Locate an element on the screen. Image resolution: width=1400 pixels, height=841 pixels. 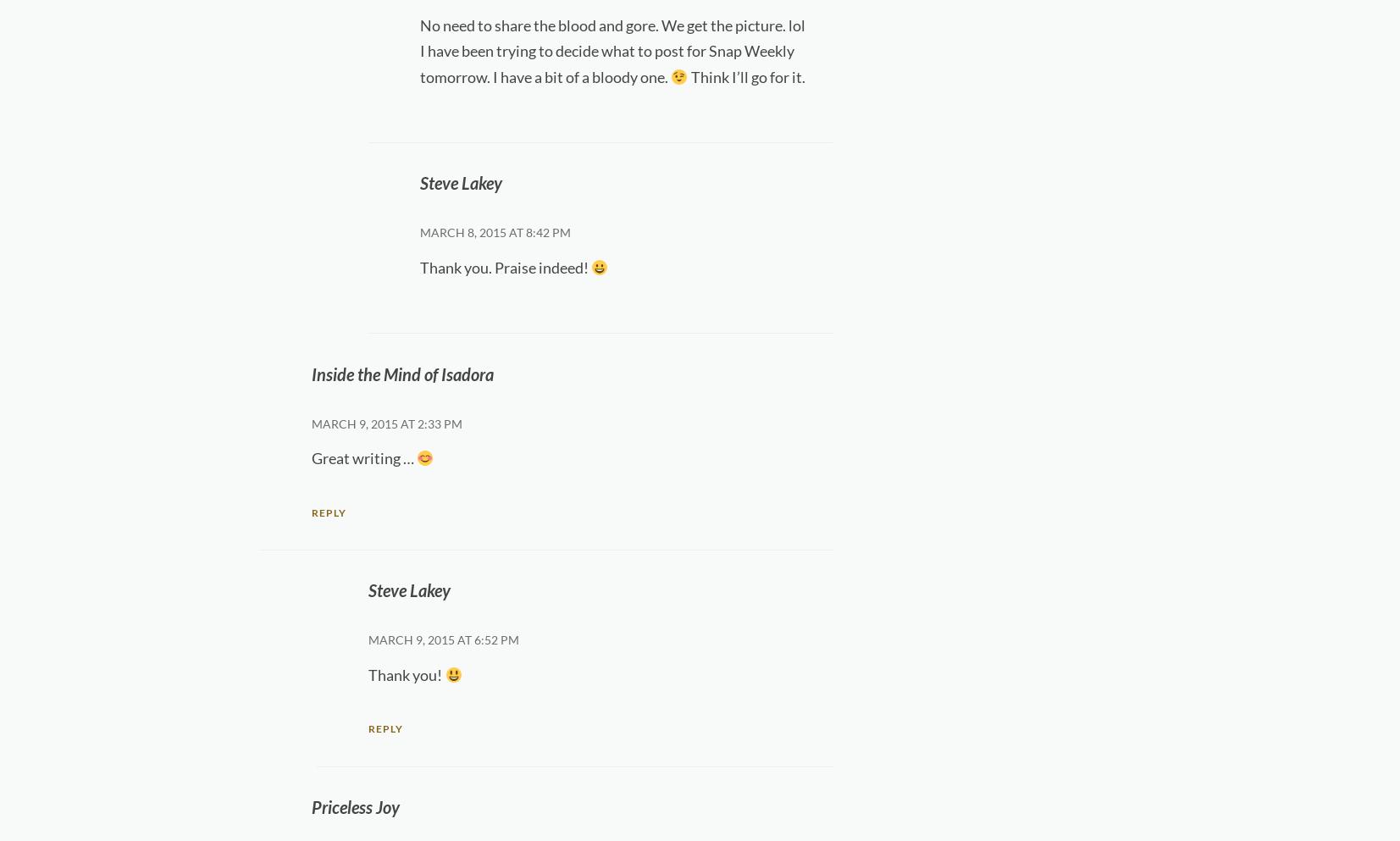
'Priceless Joy' is located at coordinates (309, 805).